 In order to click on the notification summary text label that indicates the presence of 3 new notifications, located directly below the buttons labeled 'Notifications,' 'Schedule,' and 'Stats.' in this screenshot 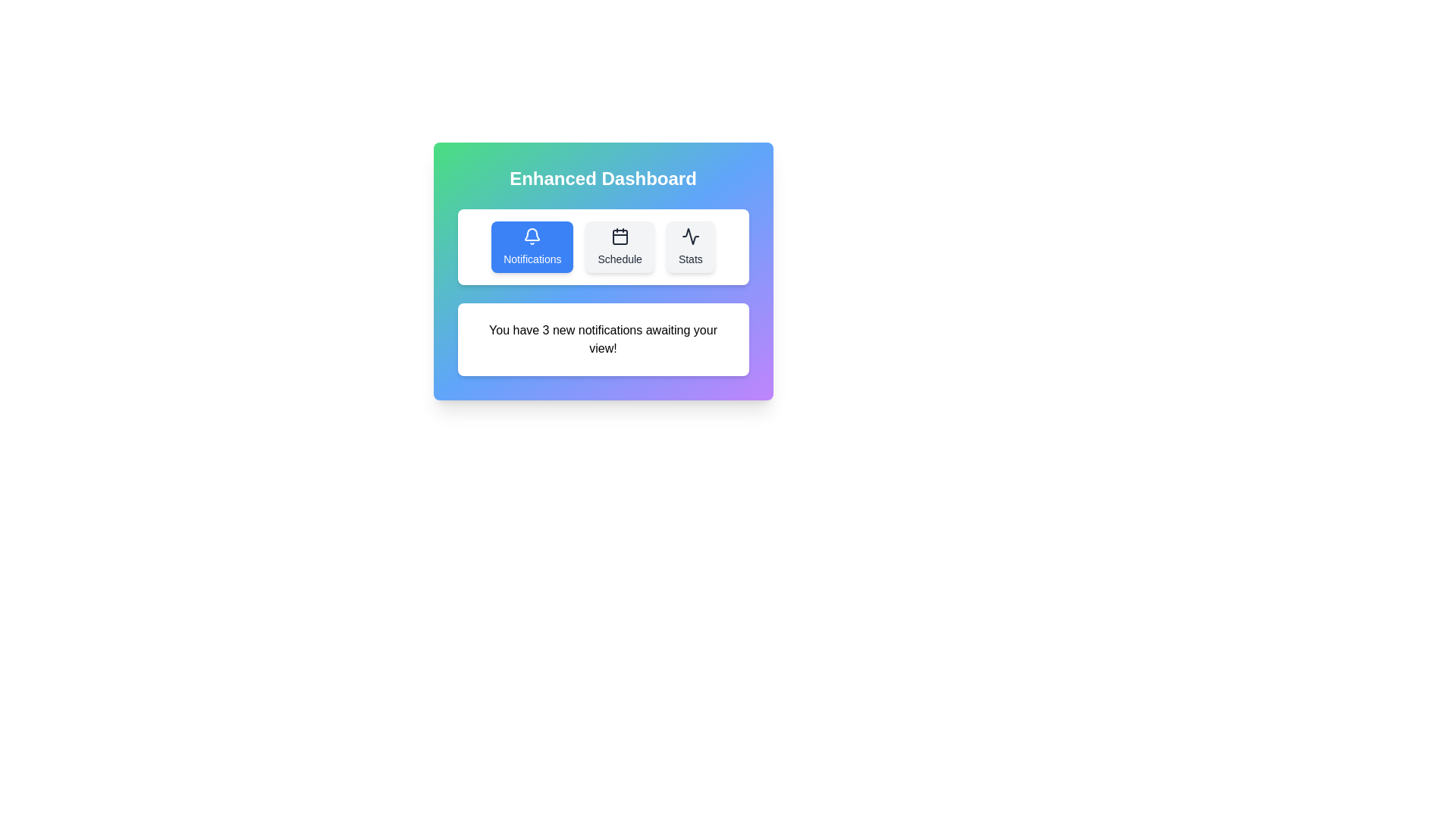, I will do `click(602, 338)`.